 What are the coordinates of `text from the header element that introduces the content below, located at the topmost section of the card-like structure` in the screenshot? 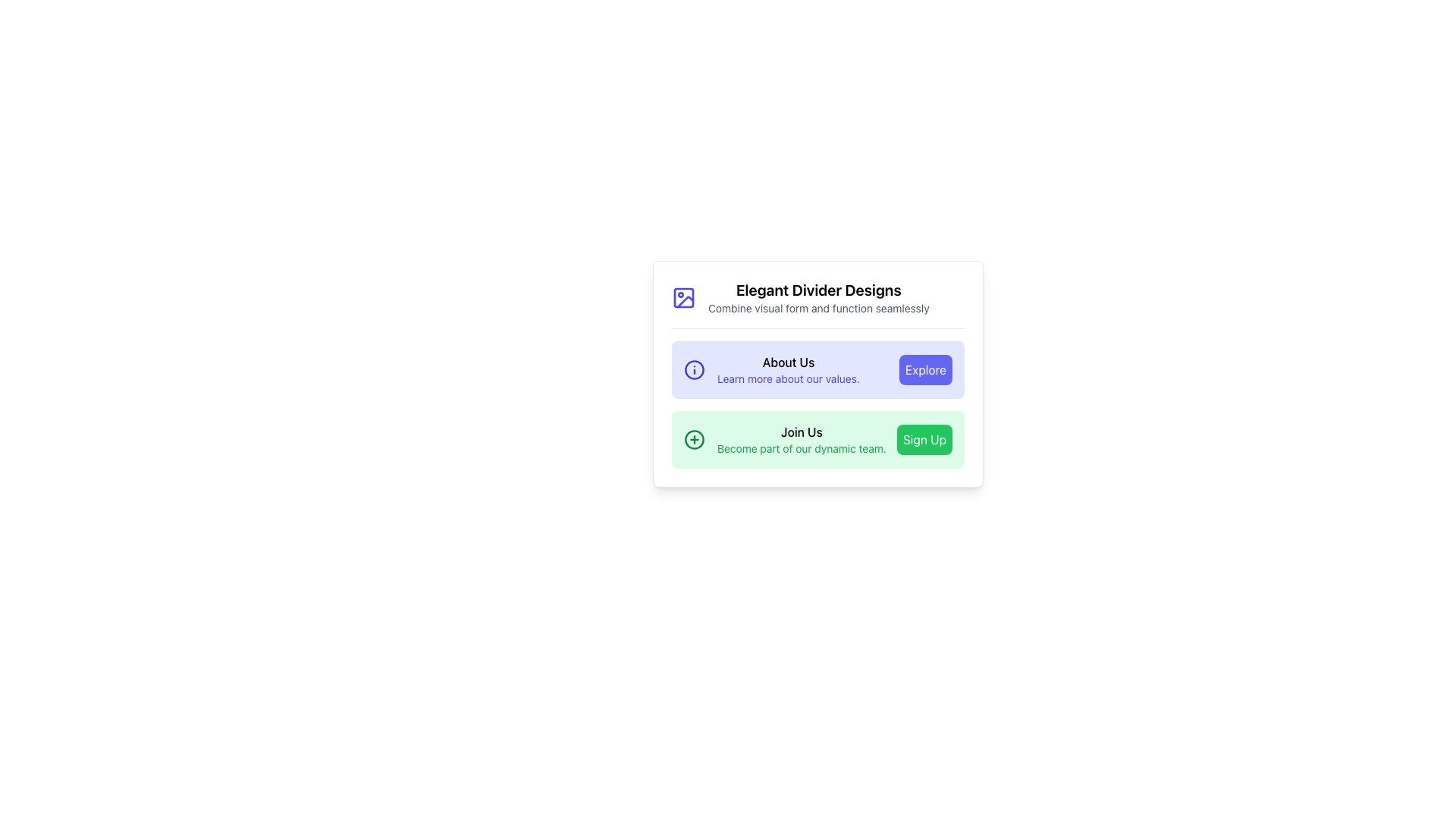 It's located at (817, 298).